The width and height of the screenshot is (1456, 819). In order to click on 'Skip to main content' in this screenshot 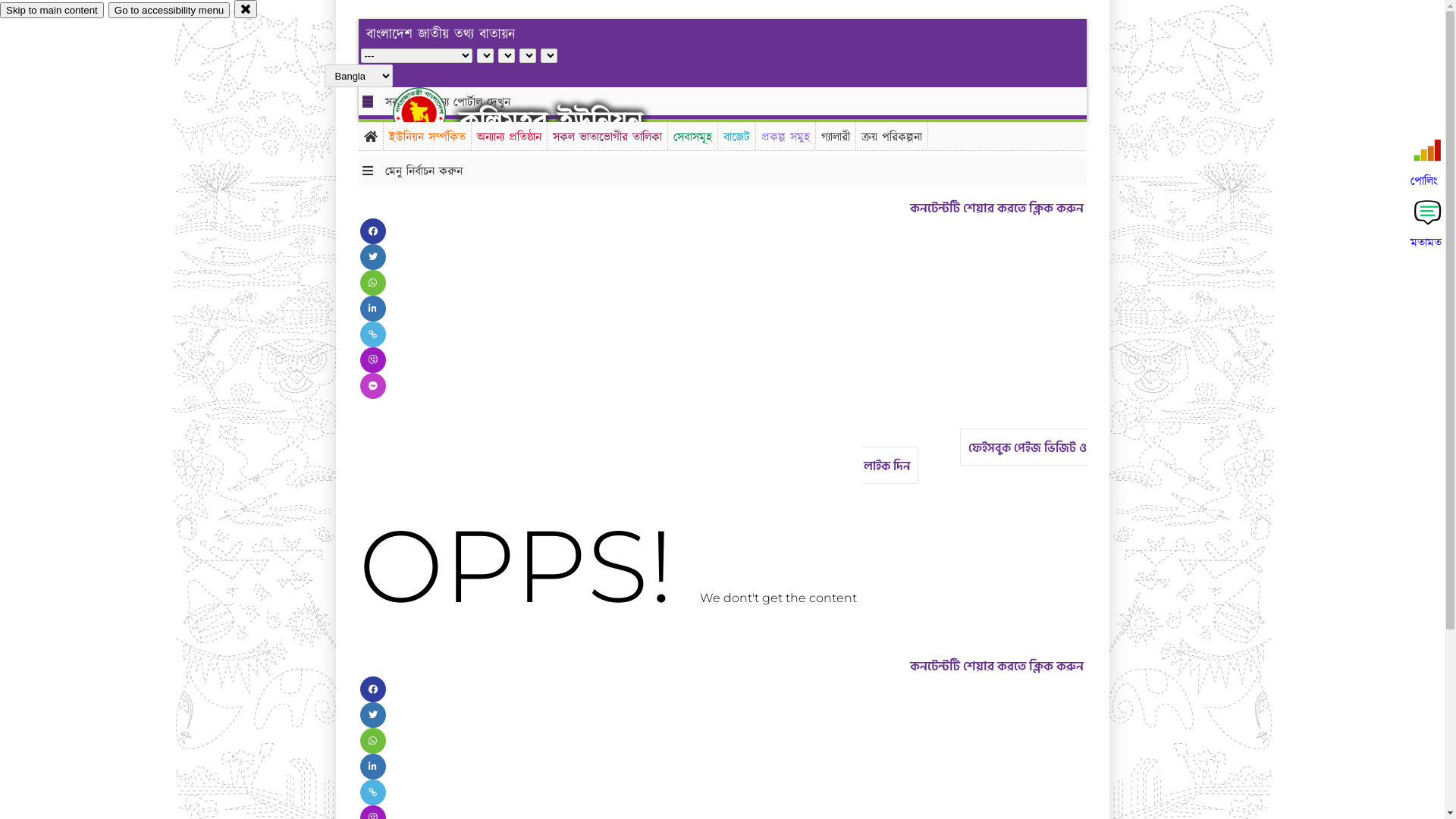, I will do `click(0, 10)`.